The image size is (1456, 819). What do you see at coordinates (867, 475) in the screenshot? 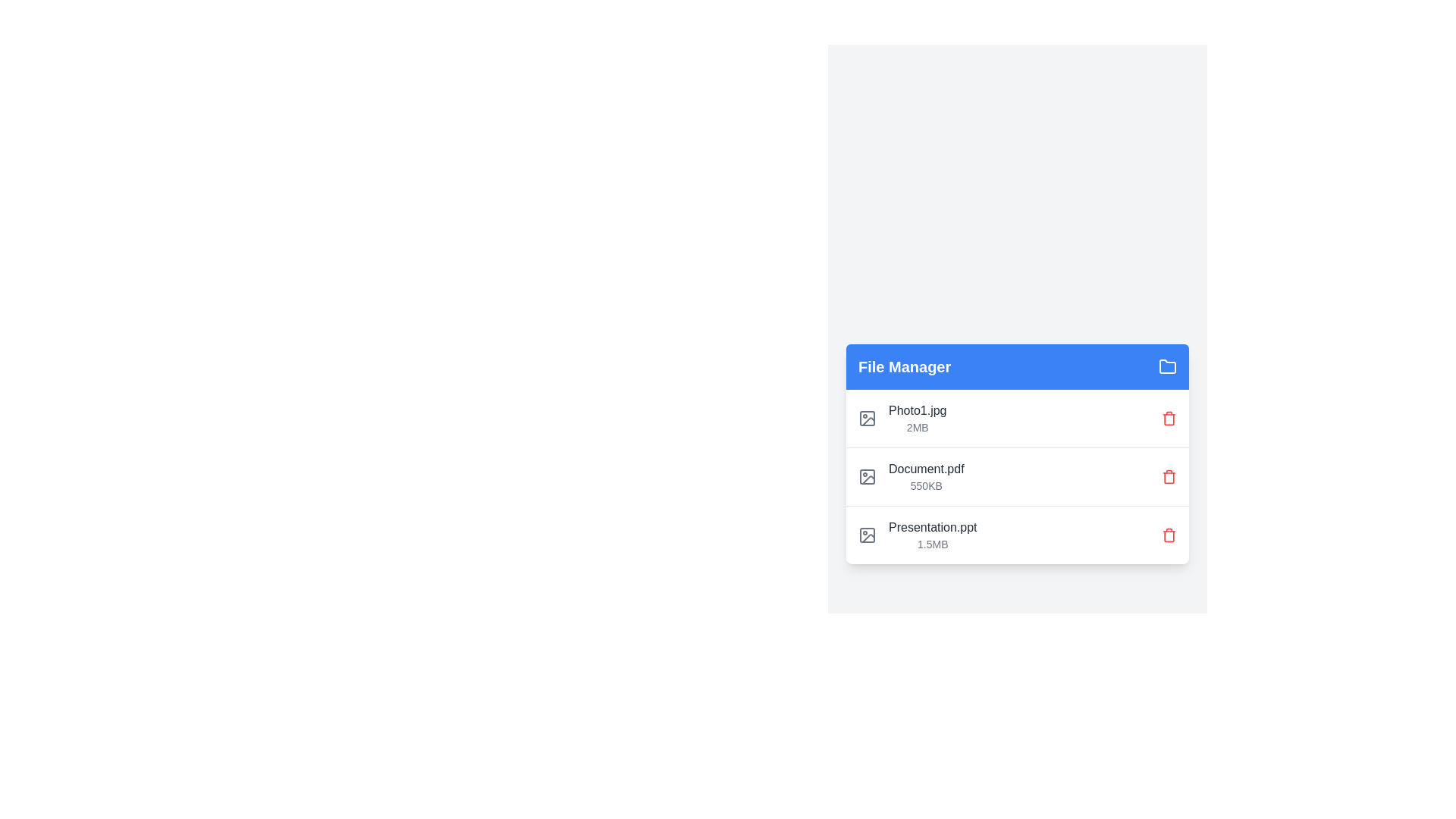
I see `the icon resembling an image file, which is the first icon to the left of the 'Document.pdf' label` at bounding box center [867, 475].